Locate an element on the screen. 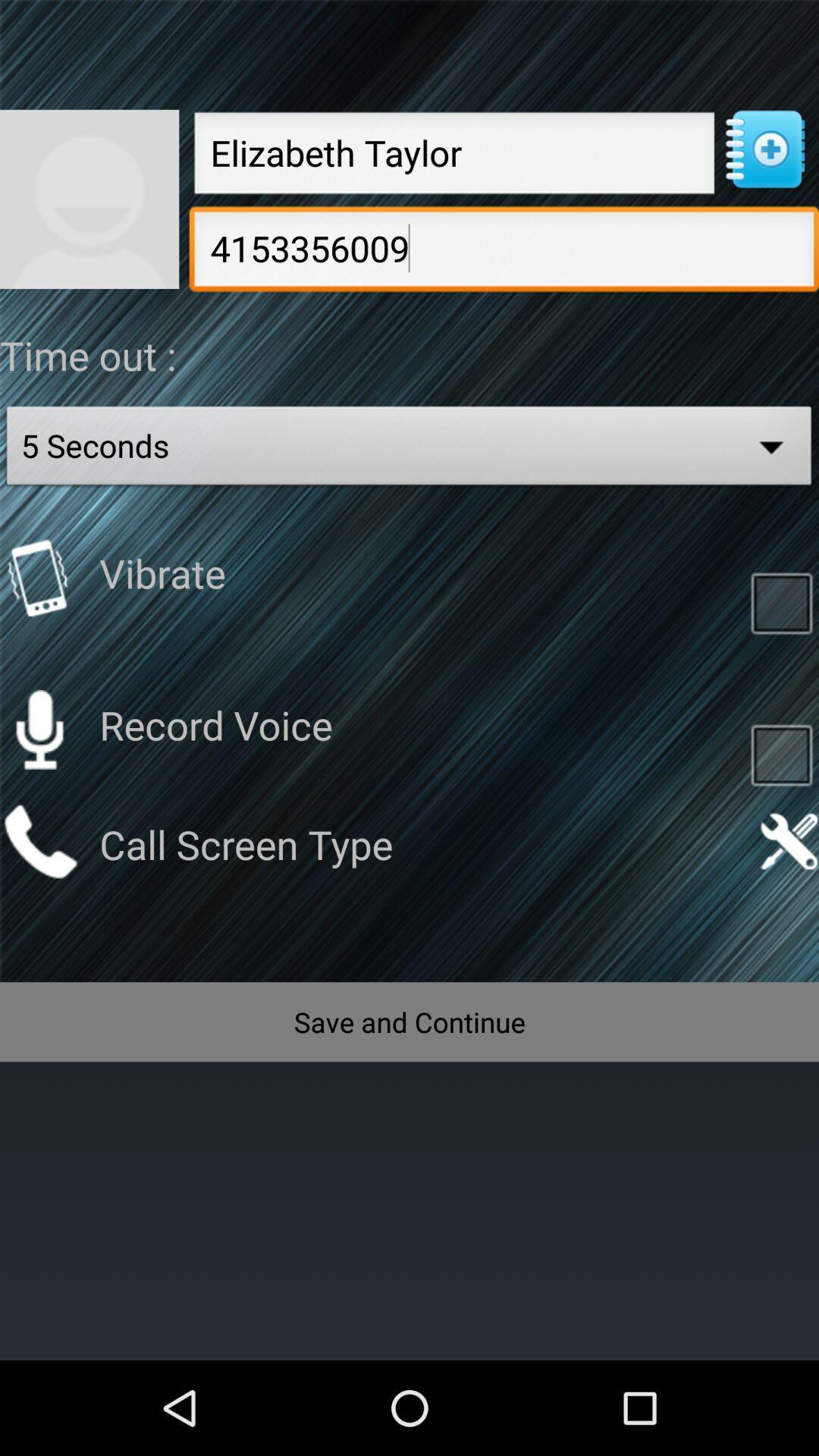  choose screen type is located at coordinates (39, 840).